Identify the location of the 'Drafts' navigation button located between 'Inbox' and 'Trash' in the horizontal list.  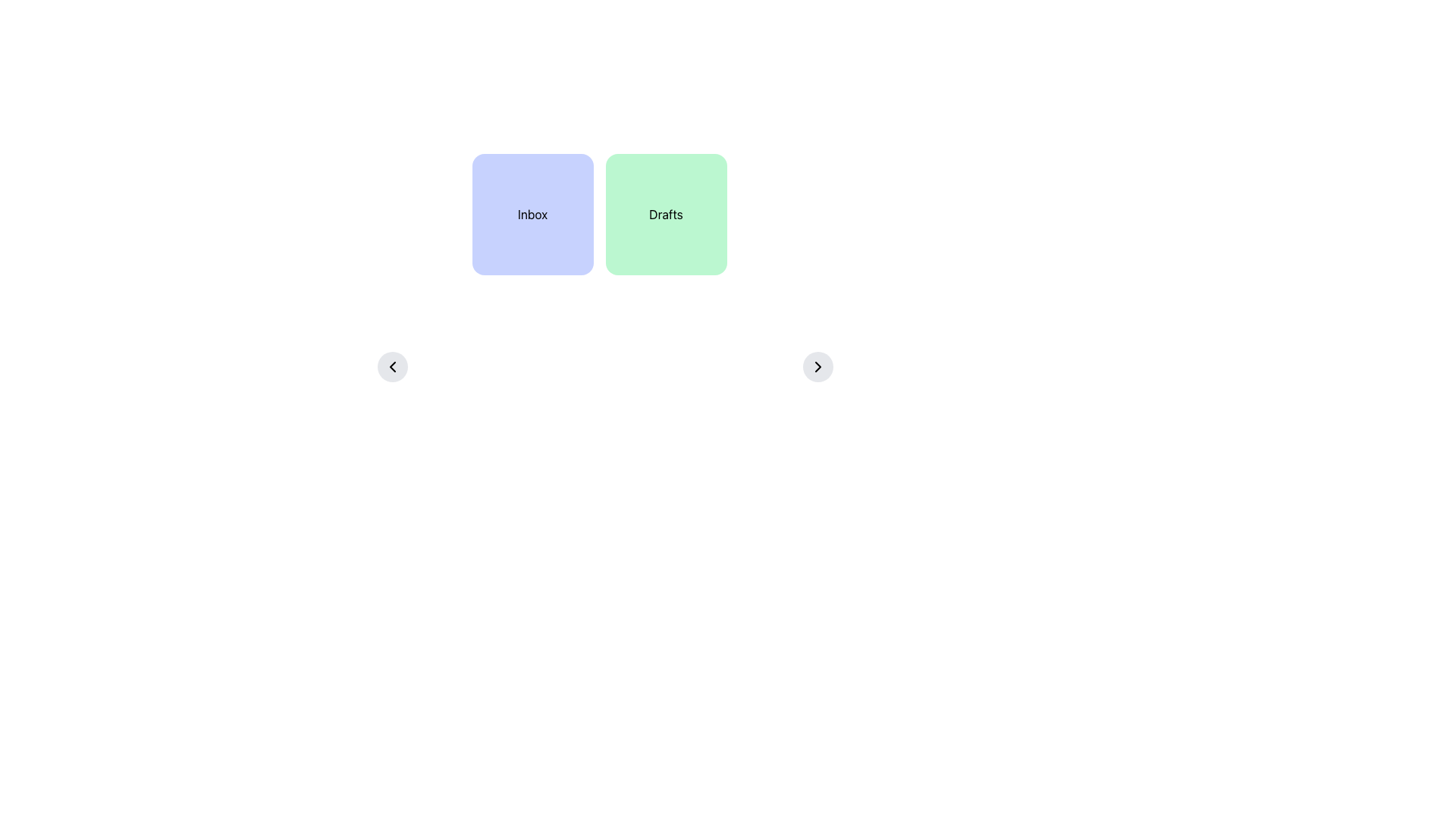
(666, 214).